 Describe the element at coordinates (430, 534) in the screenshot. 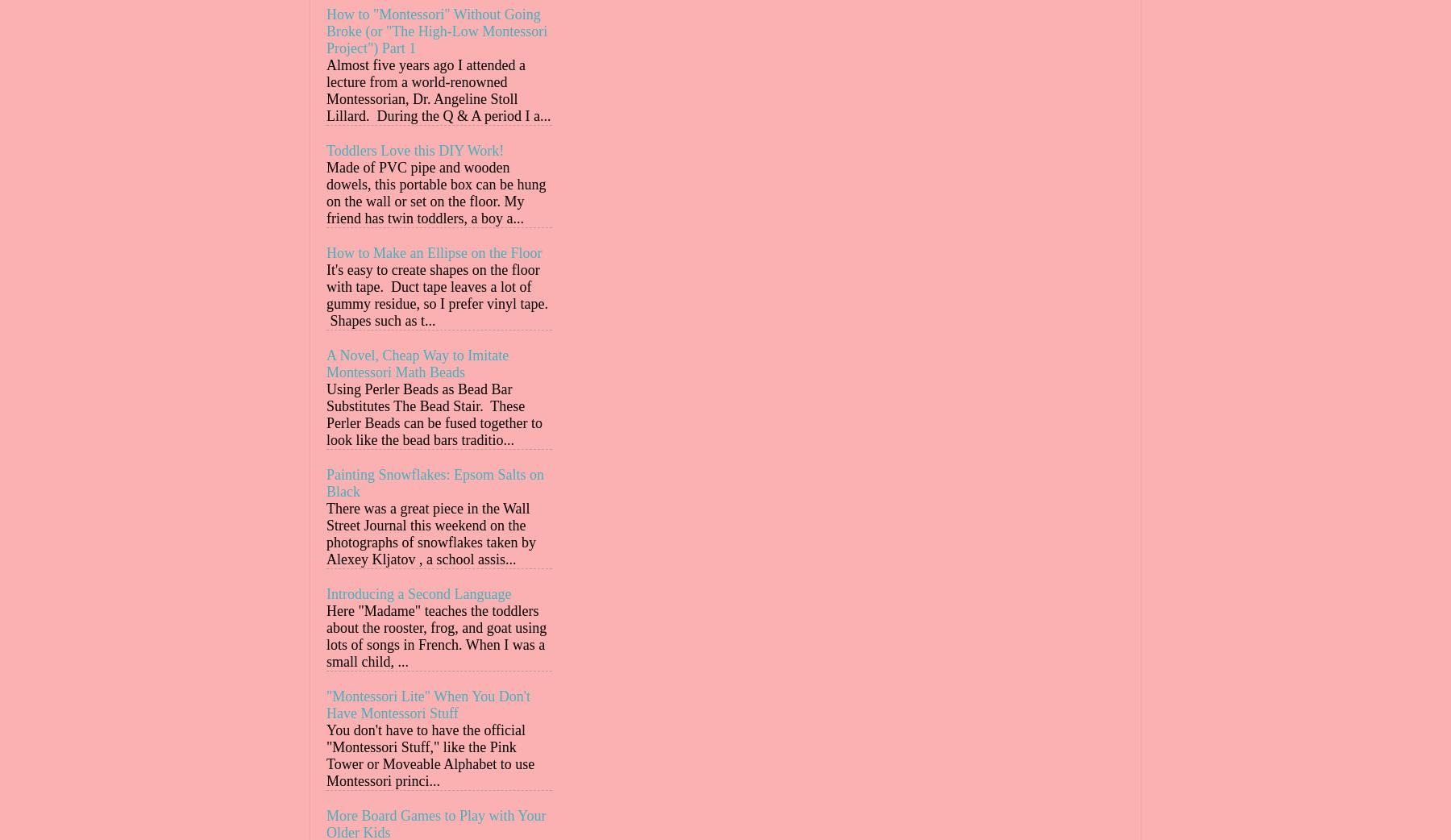

I see `'There was a great piece in the Wall Street Journal this weekend on the photographs of snowflakes taken by Alexey Kljatov , a school assis...'` at that location.